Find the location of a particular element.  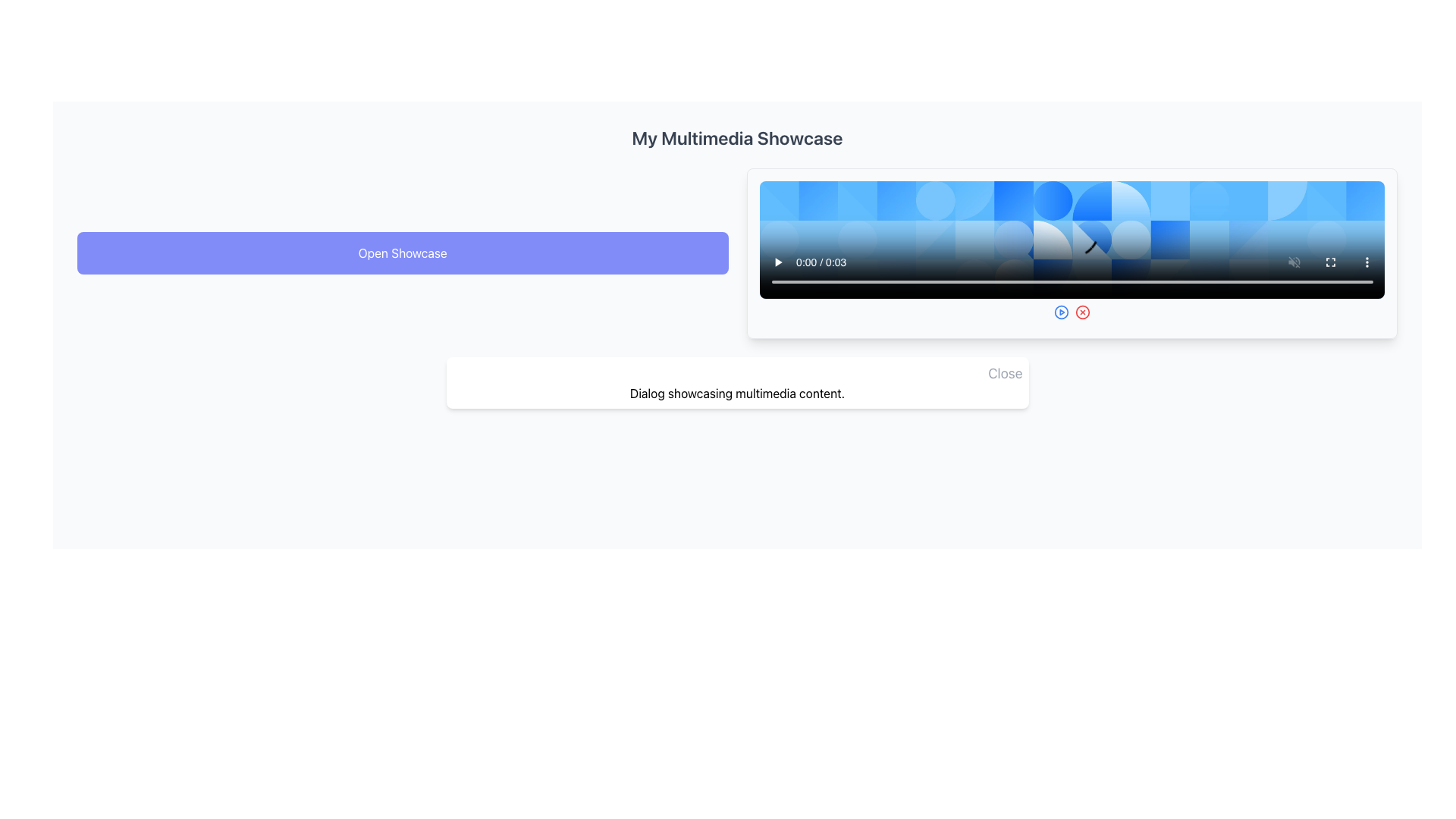

the play/pause button on the video player featuring abstract blue shapes located below 'My Multimedia Showcase' is located at coordinates (1071, 239).